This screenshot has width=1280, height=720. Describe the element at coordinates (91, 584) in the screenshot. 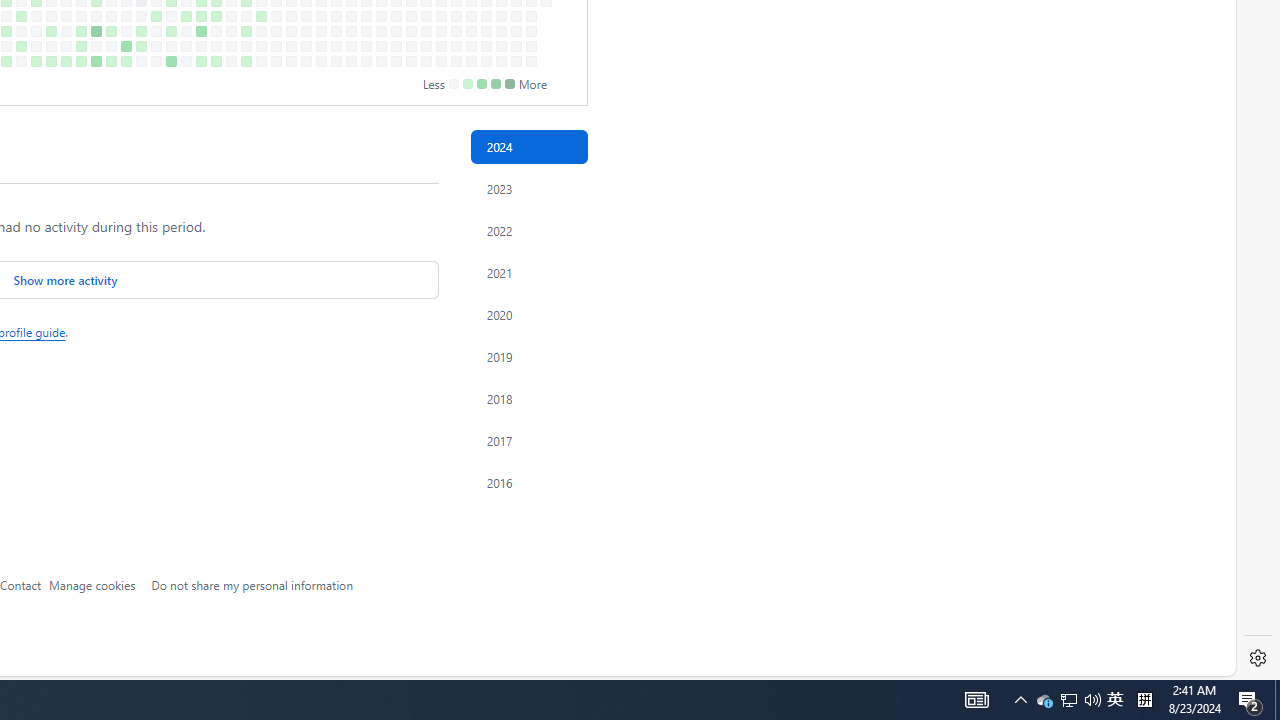

I see `'Manage cookies'` at that location.